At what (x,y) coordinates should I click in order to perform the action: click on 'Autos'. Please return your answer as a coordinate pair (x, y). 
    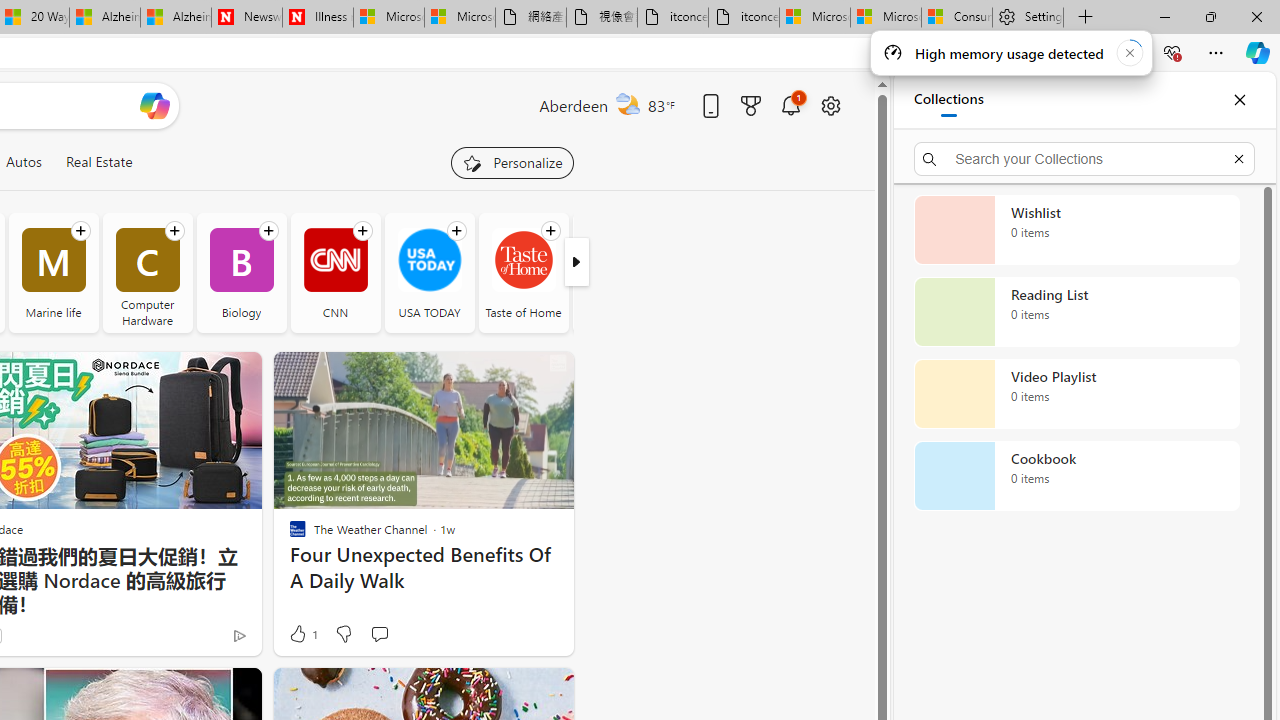
    Looking at the image, I should click on (23, 161).